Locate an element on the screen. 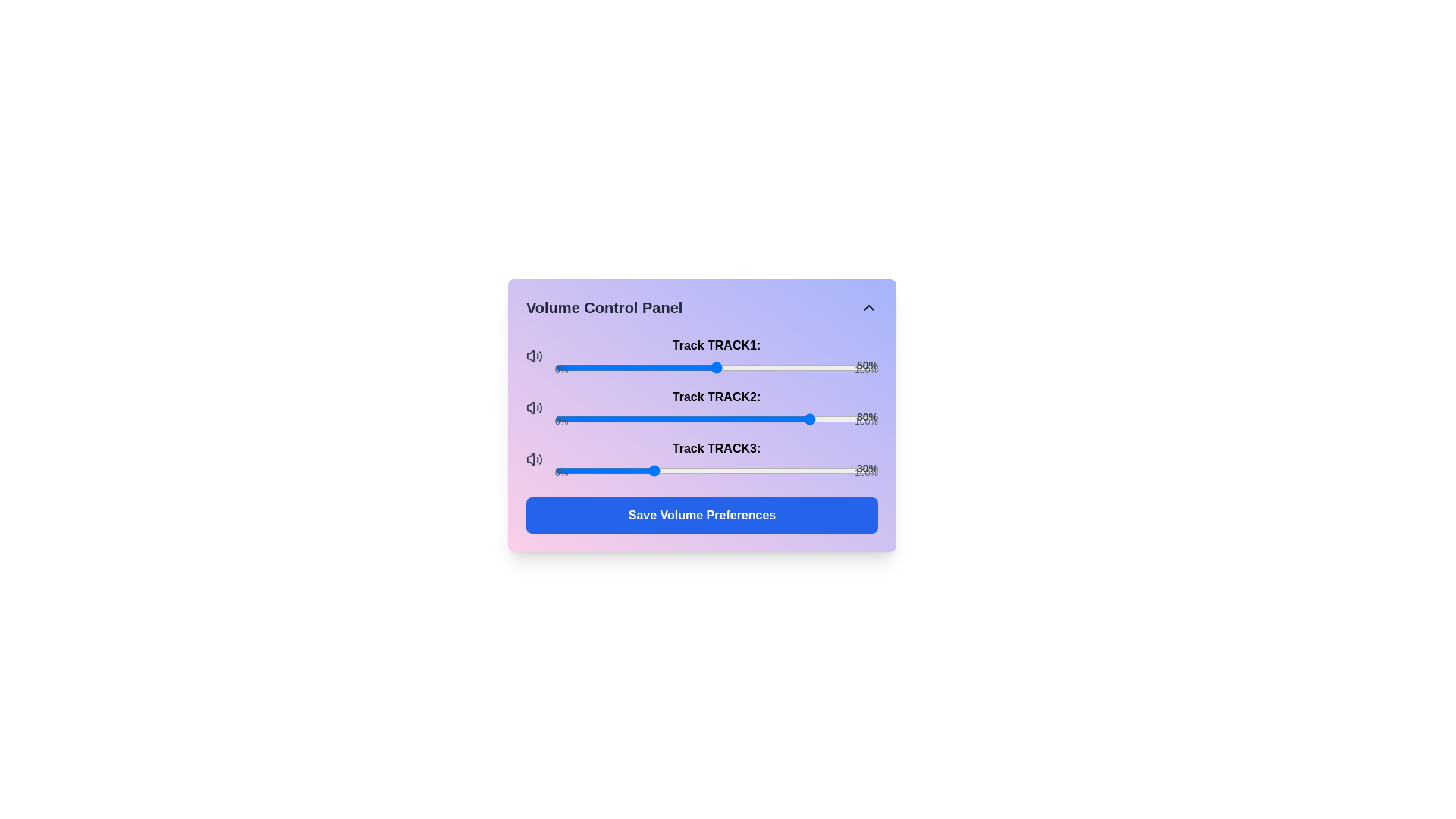 Image resolution: width=1456 pixels, height=819 pixels. the volume of 'Track TRACK1' is located at coordinates (560, 368).